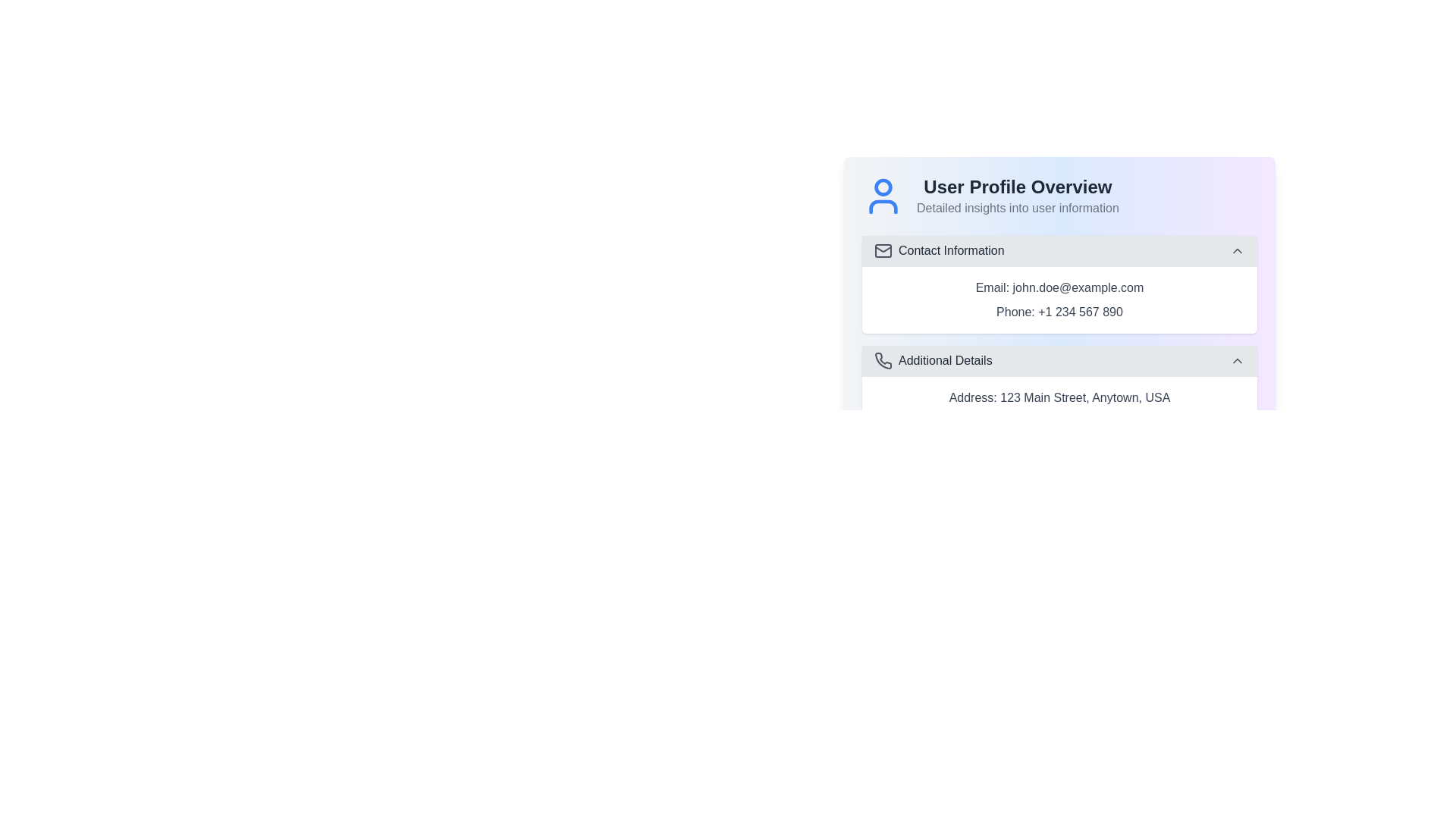 Image resolution: width=1456 pixels, height=819 pixels. I want to click on the torso part of the user figure in the SVG graphic element, which visually represents the user profile section located in the top-left section of the layout, above the 'User Profile Overview' text, so click(883, 207).